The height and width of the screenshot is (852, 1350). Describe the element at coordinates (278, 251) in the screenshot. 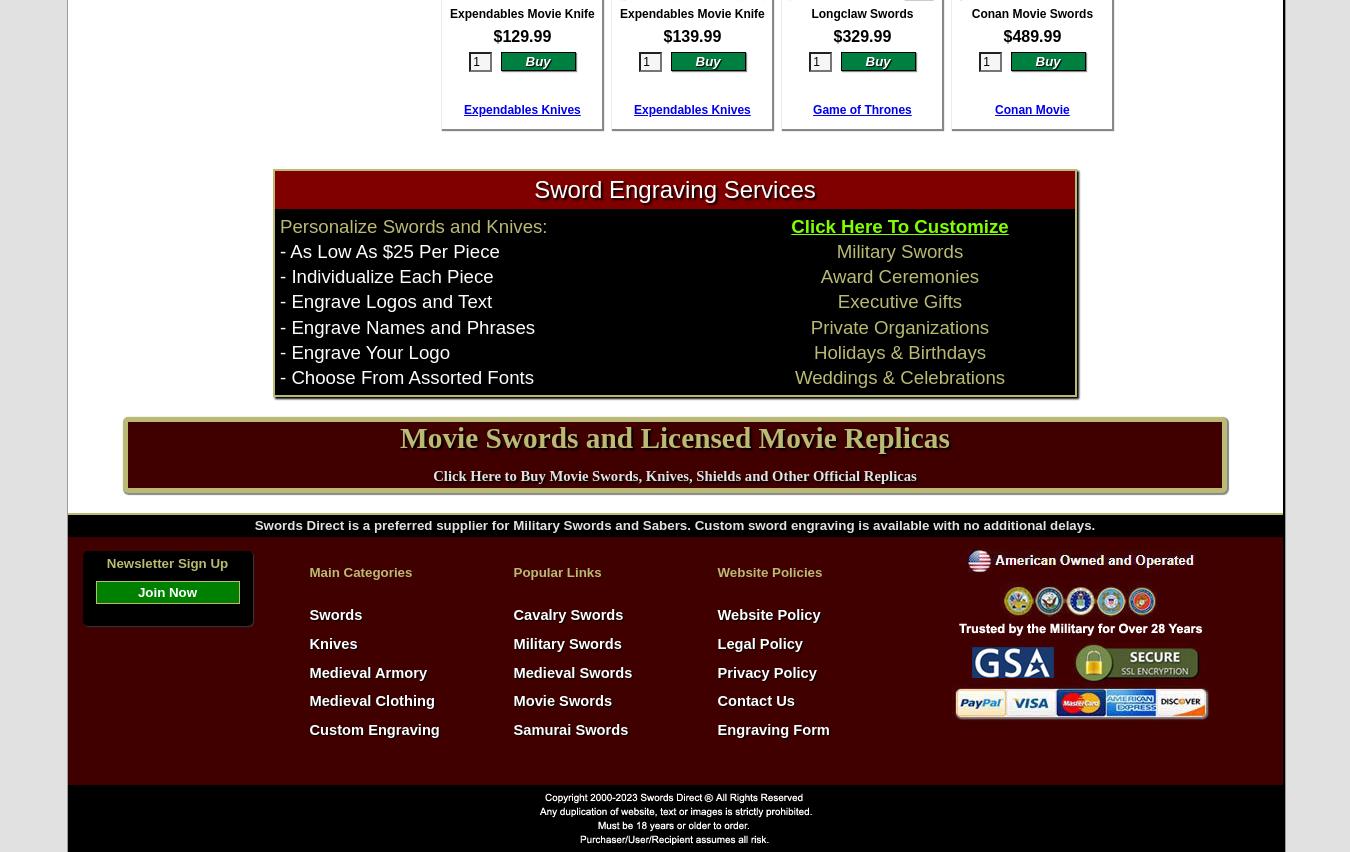

I see `'- As Low As $25 Per Piece'` at that location.